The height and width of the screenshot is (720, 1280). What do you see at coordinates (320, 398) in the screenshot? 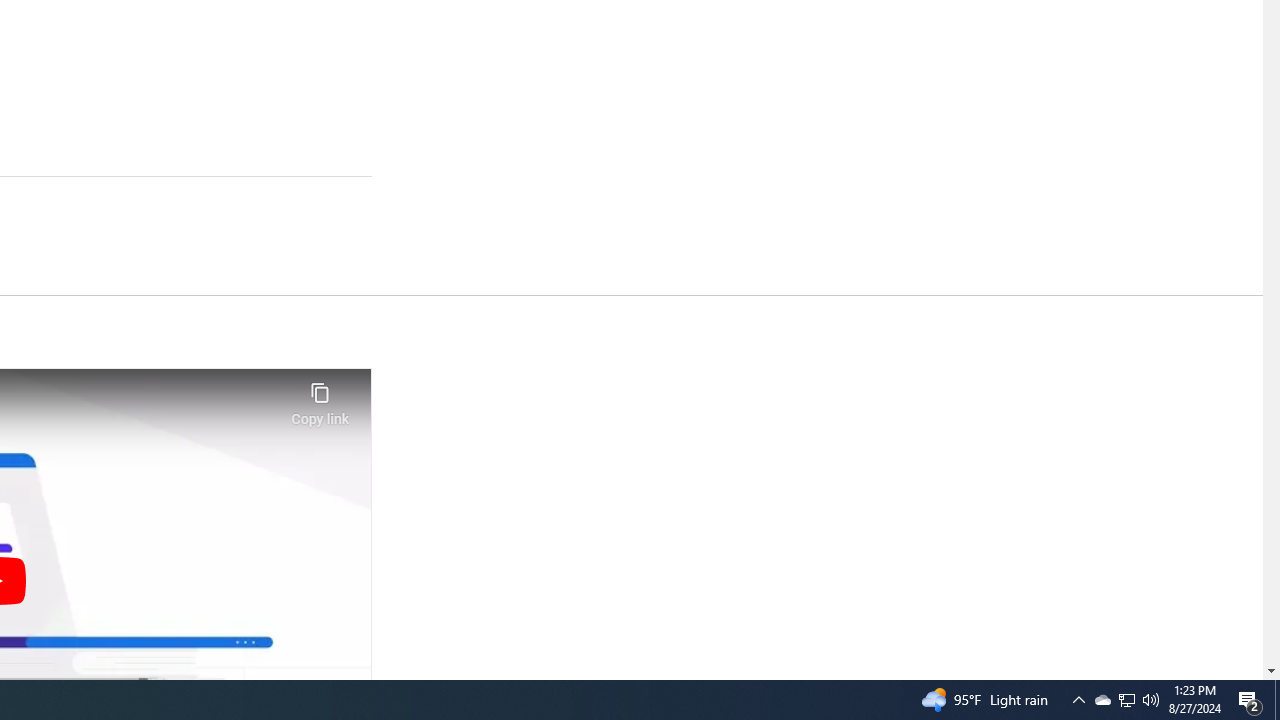
I see `'Copy link'` at bounding box center [320, 398].